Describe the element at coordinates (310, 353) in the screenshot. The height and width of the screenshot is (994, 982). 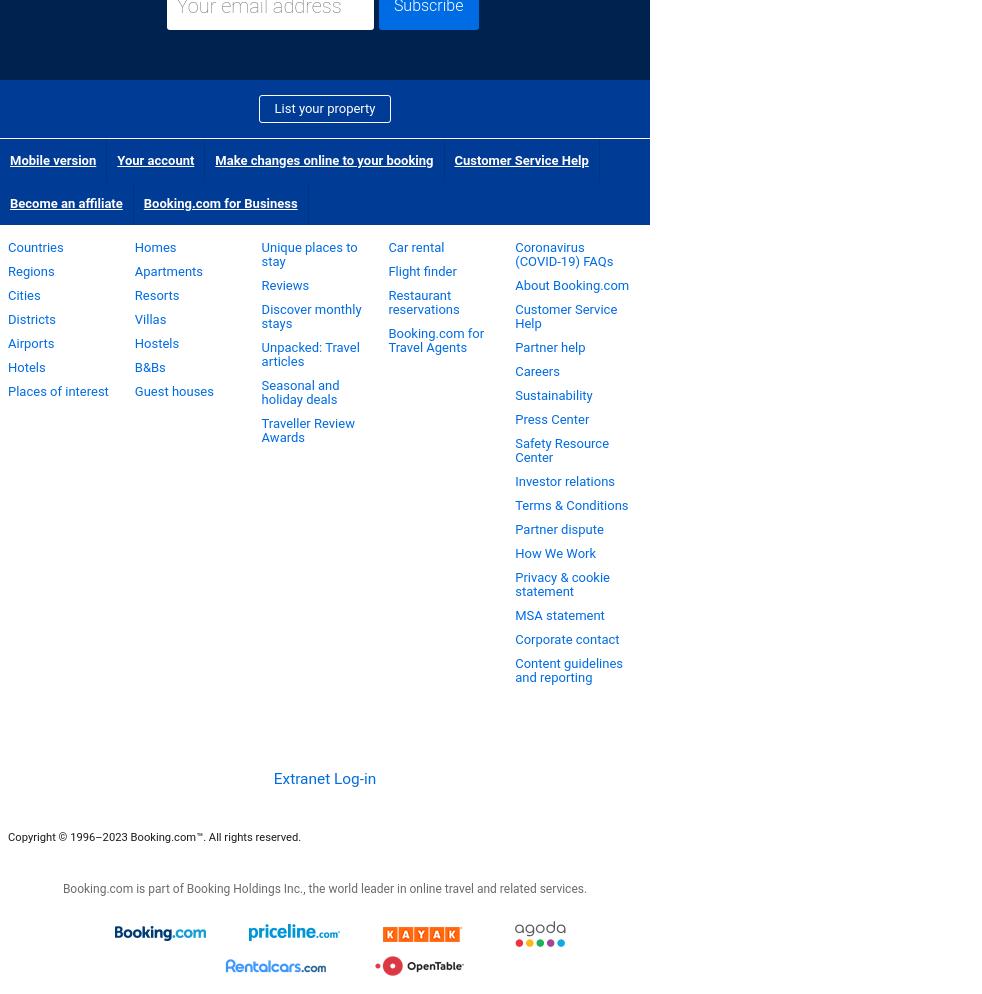
I see `'Unpacked: Travel articles'` at that location.